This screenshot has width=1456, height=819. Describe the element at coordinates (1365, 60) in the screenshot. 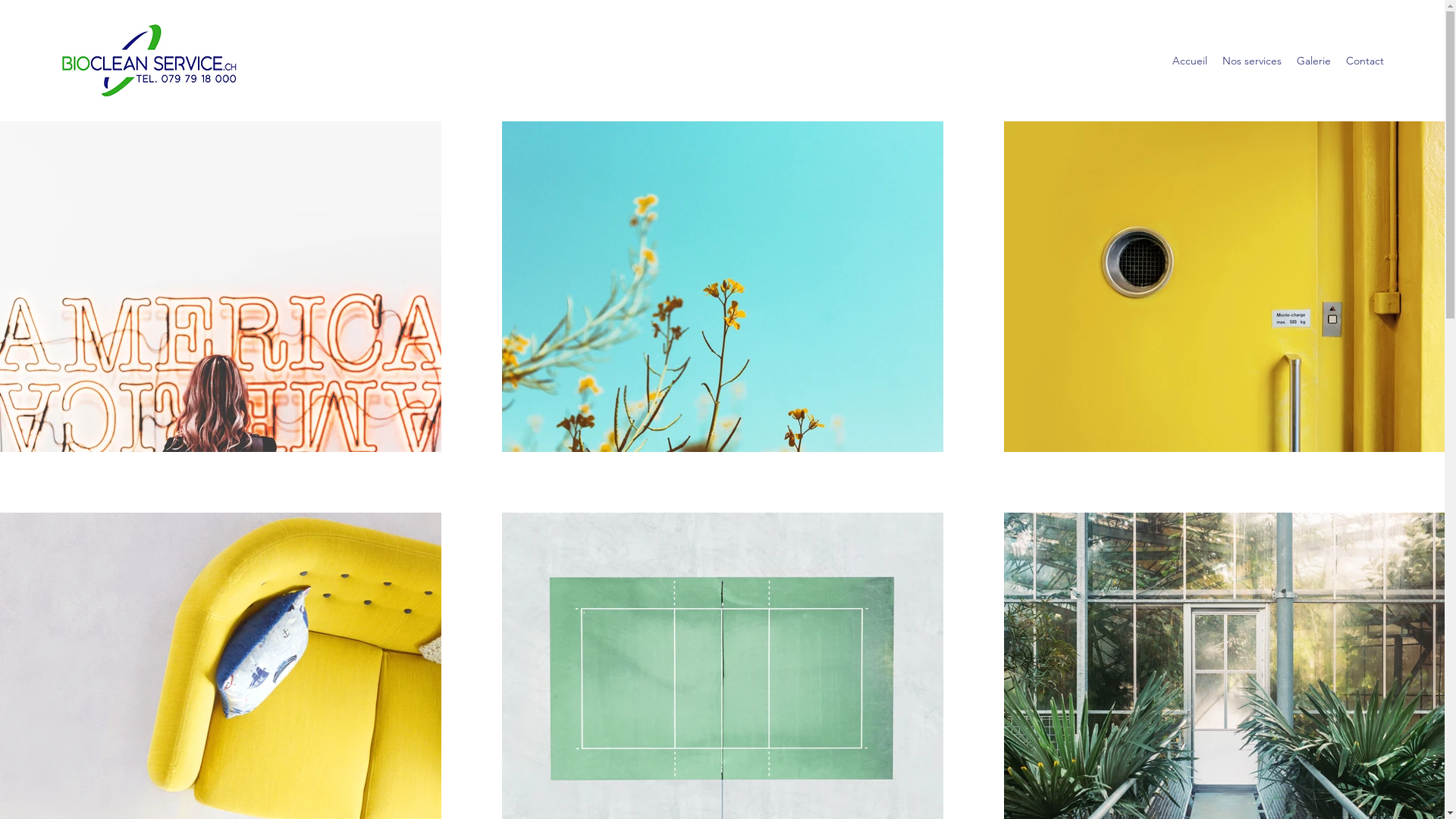

I see `'Contact'` at that location.